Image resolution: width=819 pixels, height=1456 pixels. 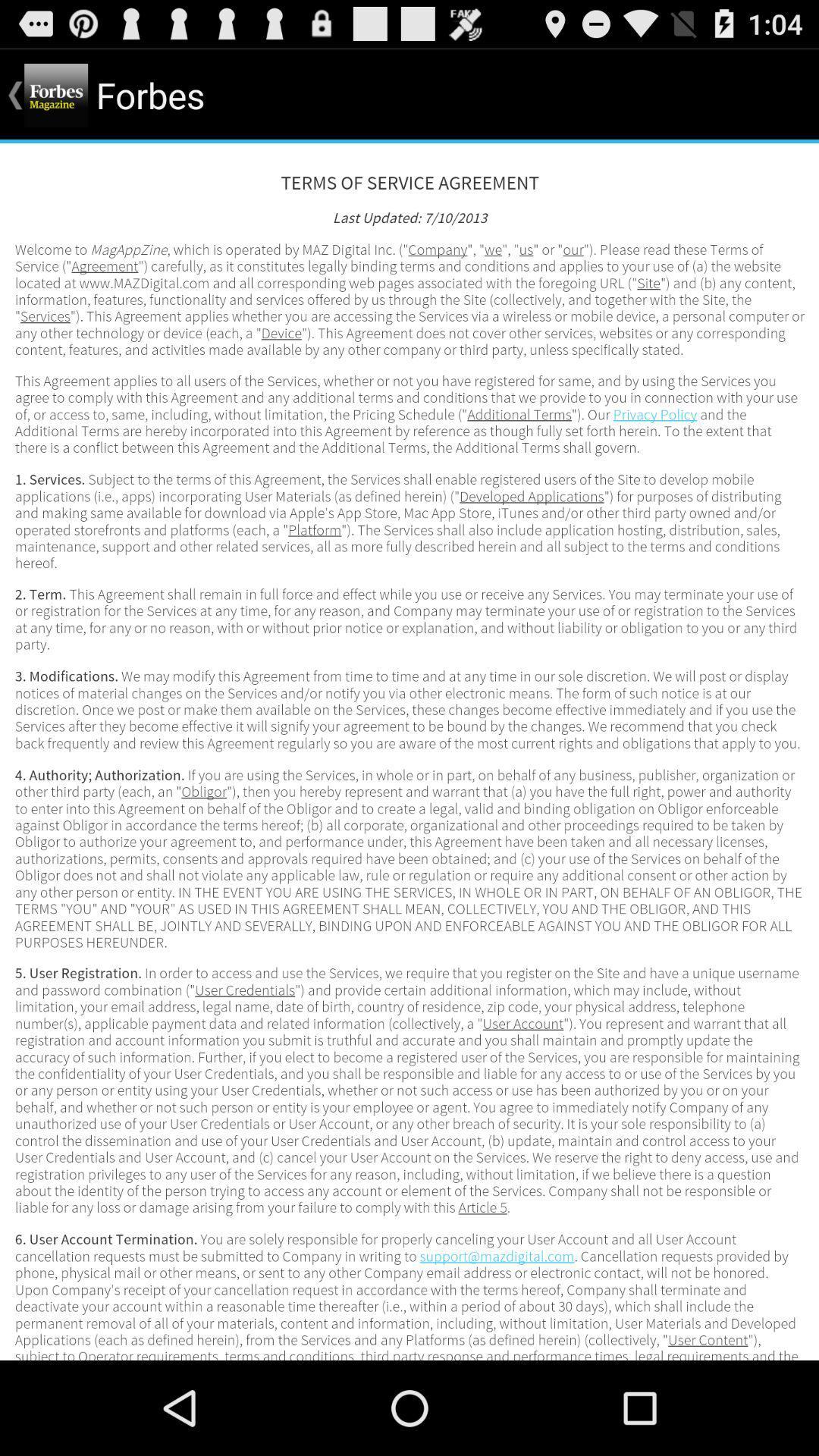 I want to click on paragraph the text, so click(x=409, y=752).